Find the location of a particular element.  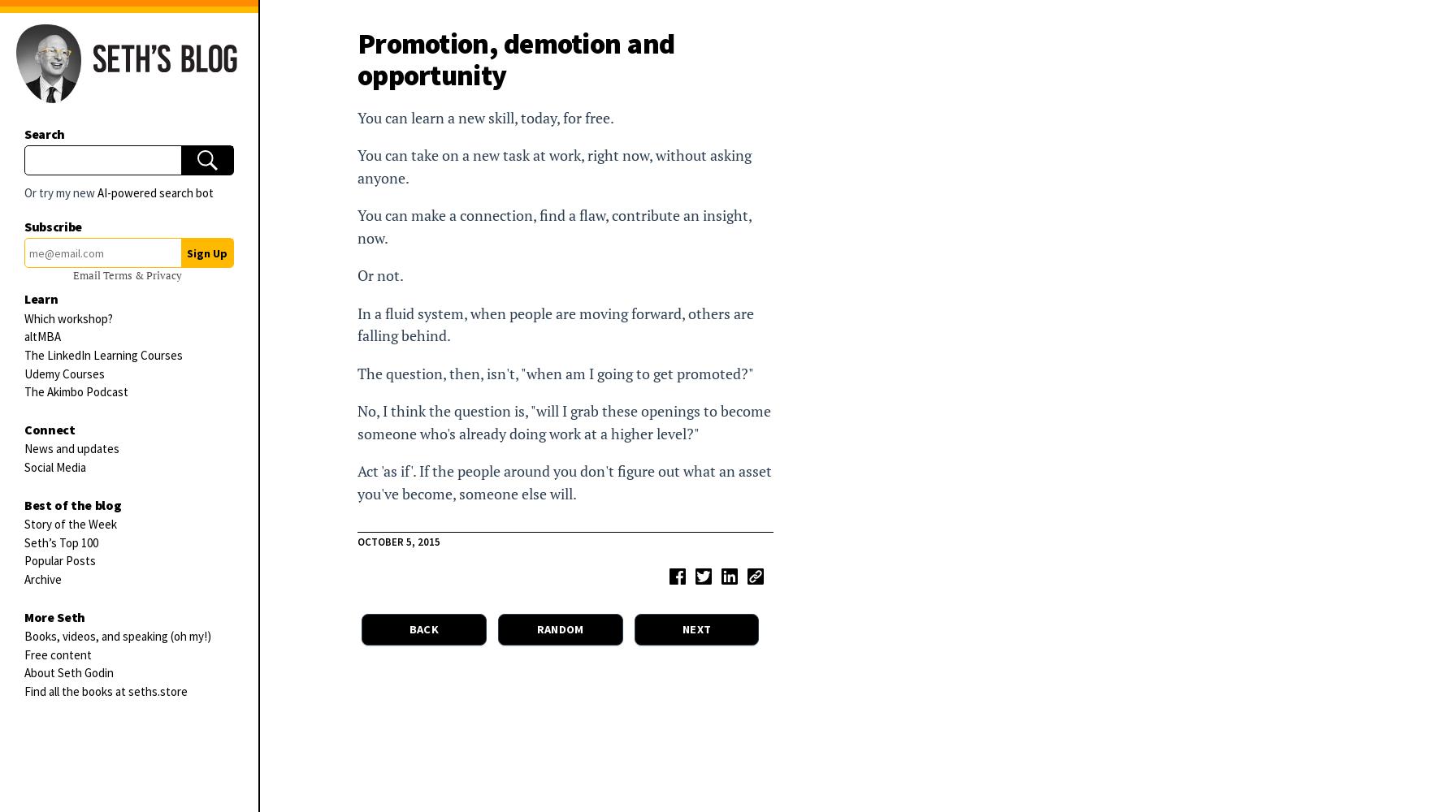

'Act 'as if'. If the people around you don't figure out what an asset you've become, someone else will.' is located at coordinates (564, 482).